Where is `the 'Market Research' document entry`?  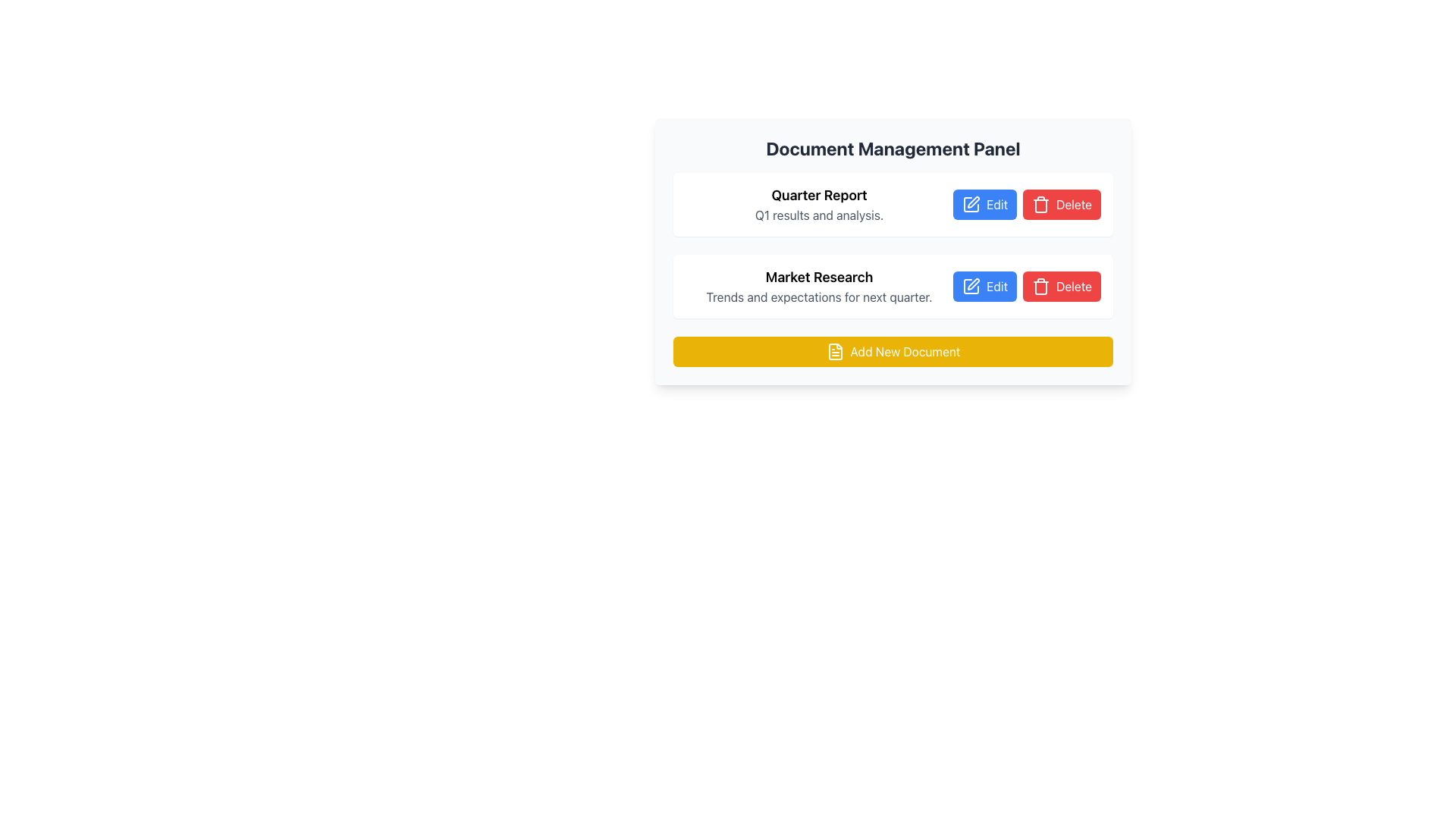 the 'Market Research' document entry is located at coordinates (893, 268).